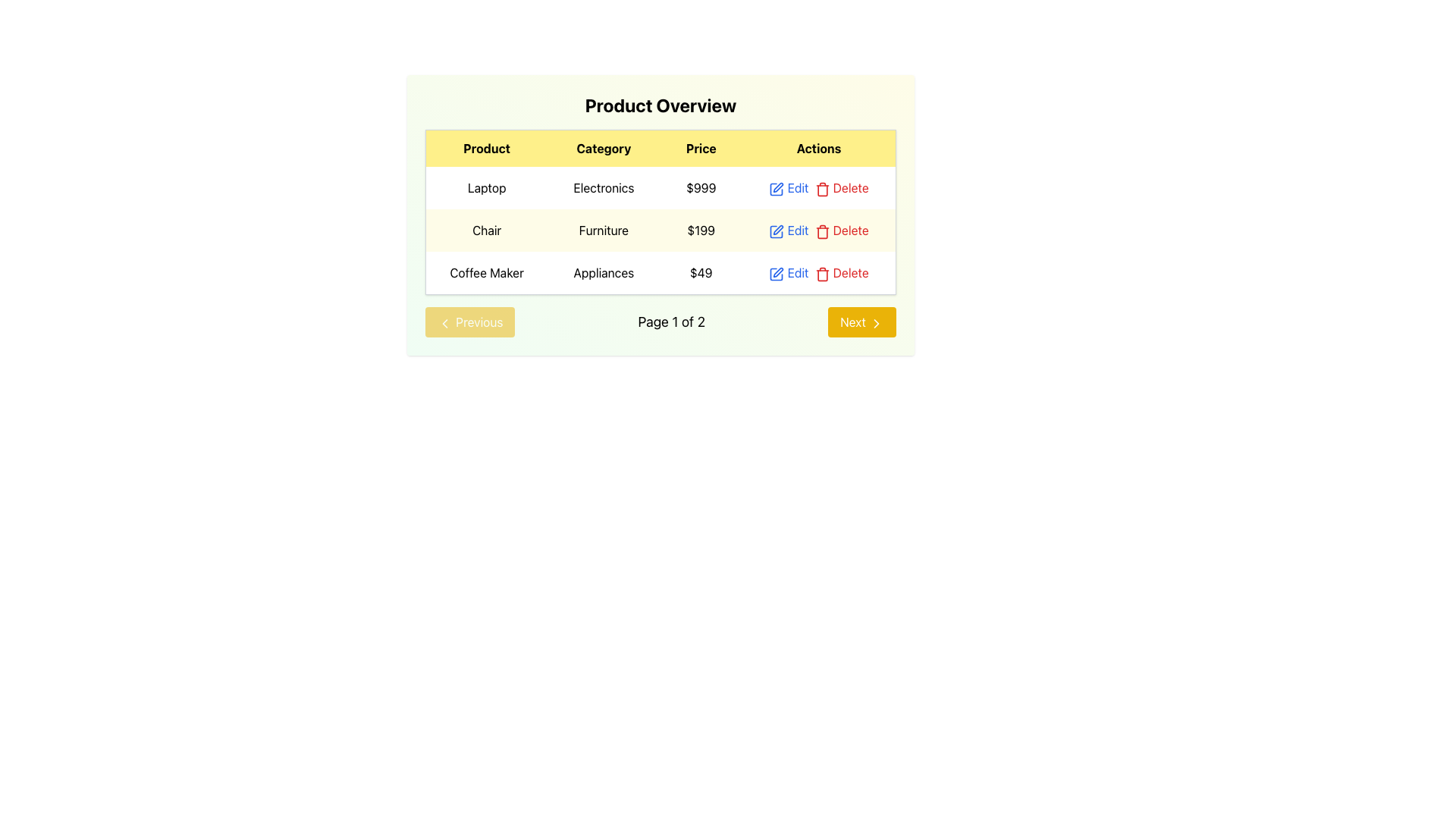  I want to click on the text label indicating the product category in the 'Product Overview' table, located in the second column of the first row under the 'Category' header, so click(603, 187).